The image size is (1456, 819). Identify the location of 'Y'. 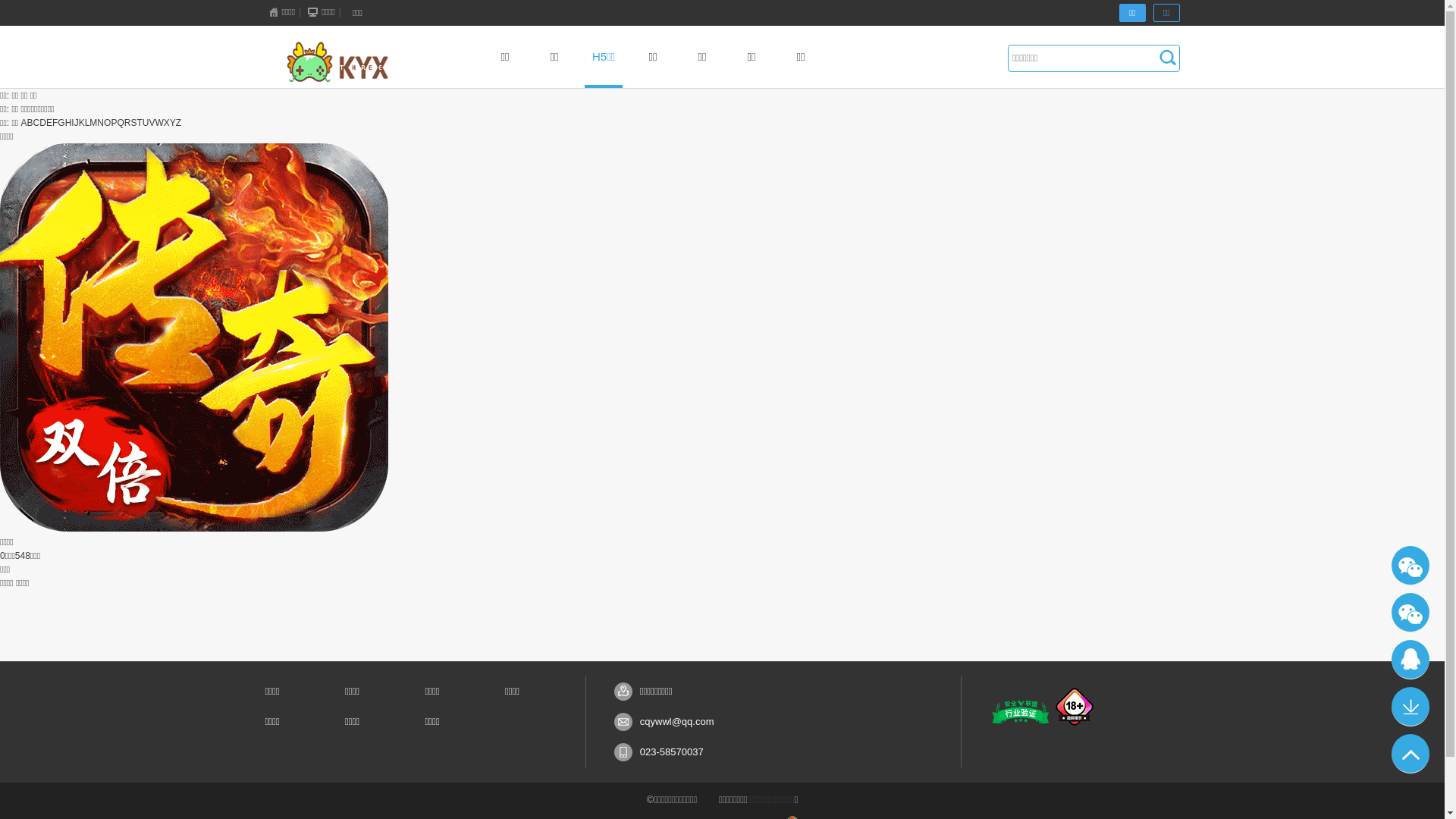
(172, 122).